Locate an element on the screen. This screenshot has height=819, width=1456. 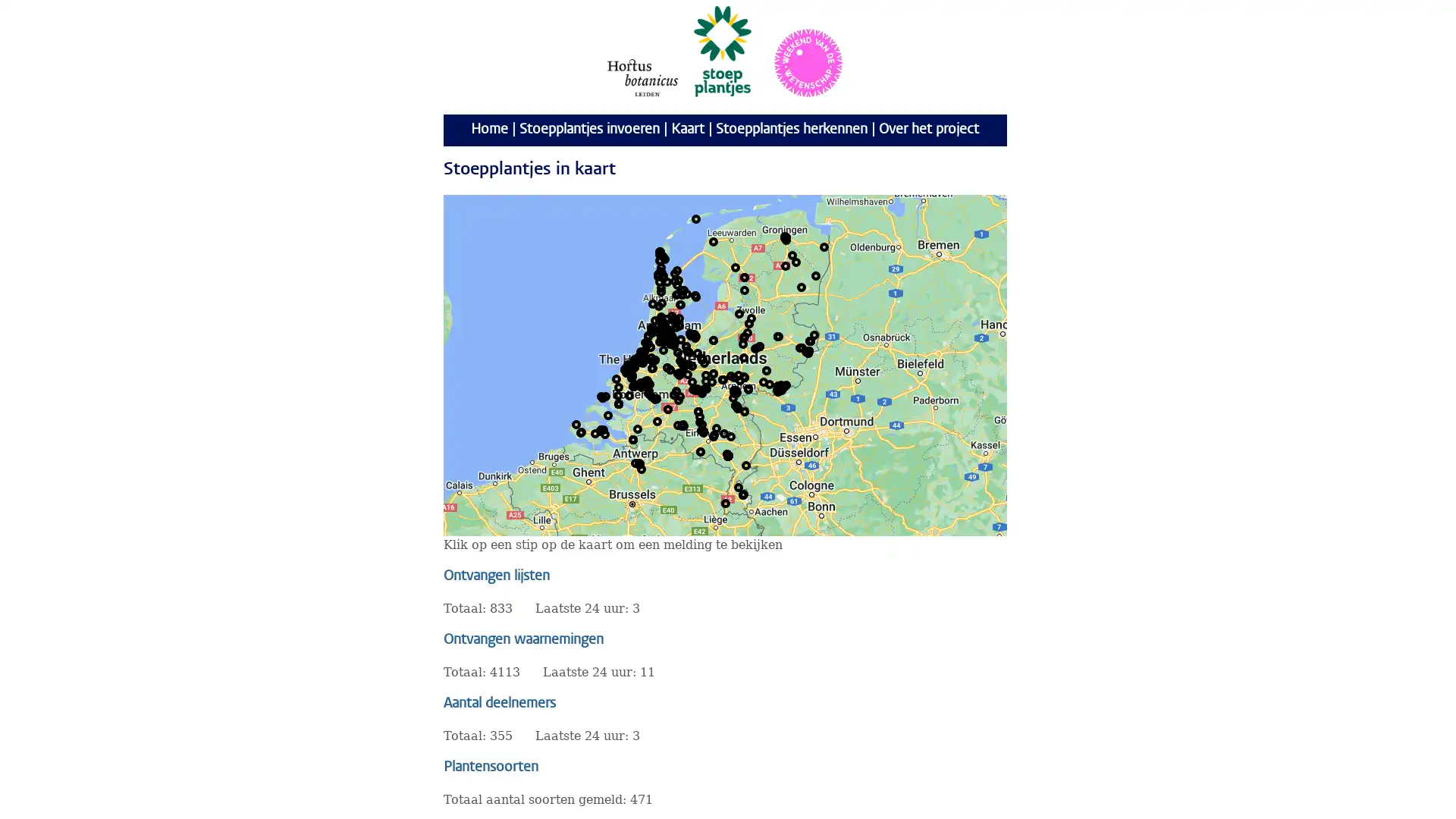
Telling van op 21 april 2022 is located at coordinates (670, 333).